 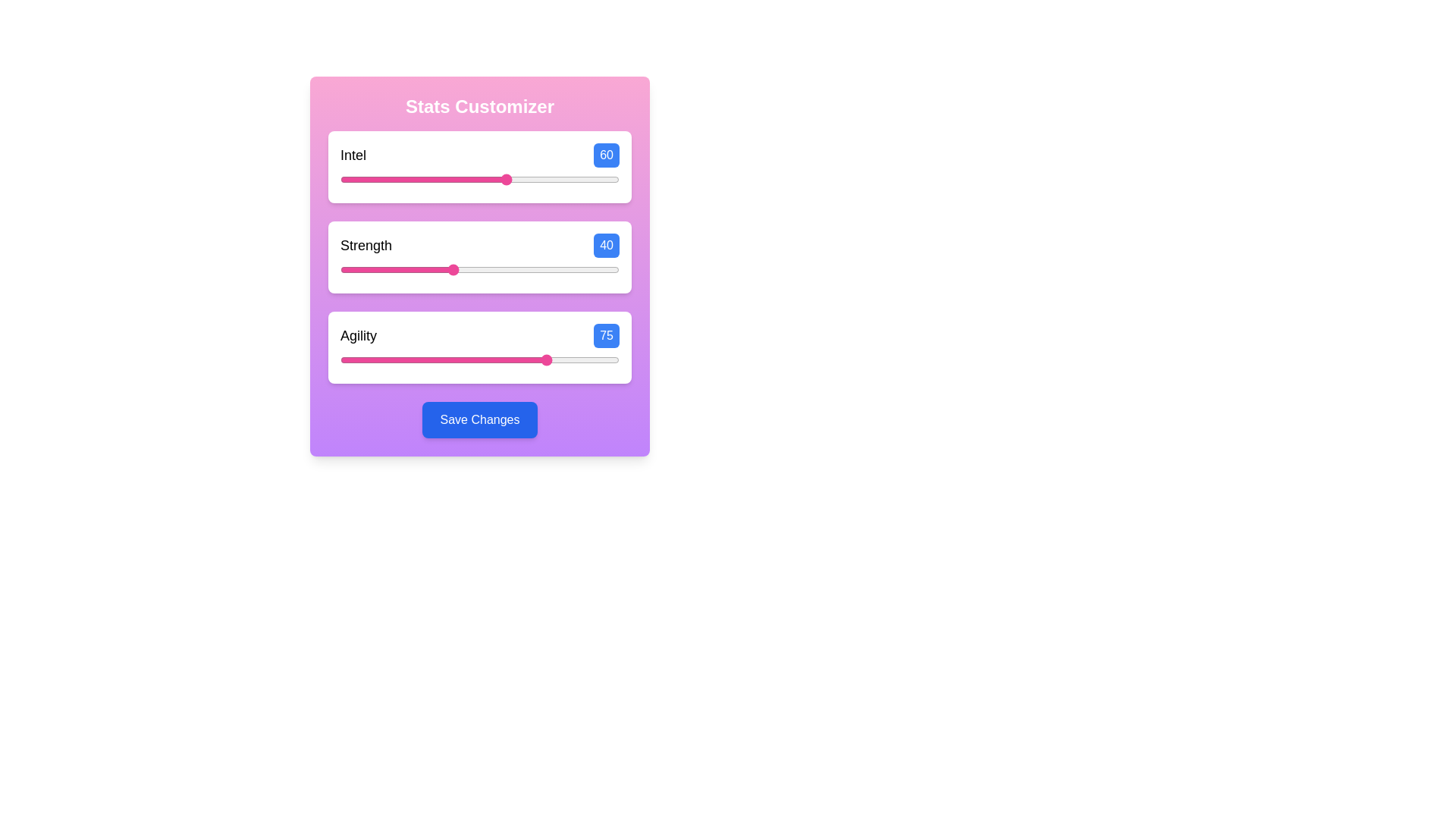 What do you see at coordinates (599, 178) in the screenshot?
I see `the slider` at bounding box center [599, 178].